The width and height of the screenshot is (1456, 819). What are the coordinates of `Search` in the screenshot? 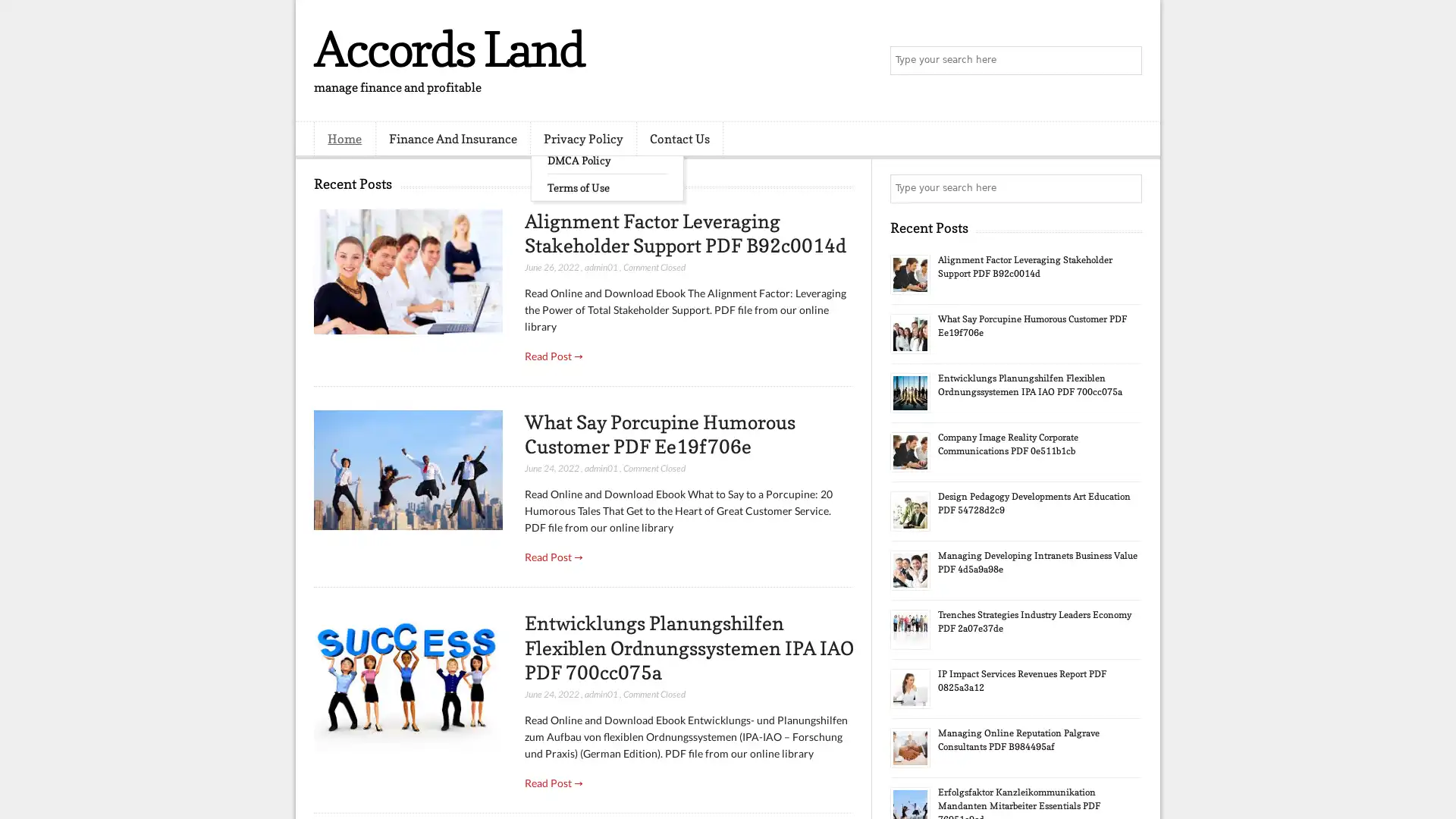 It's located at (1126, 61).